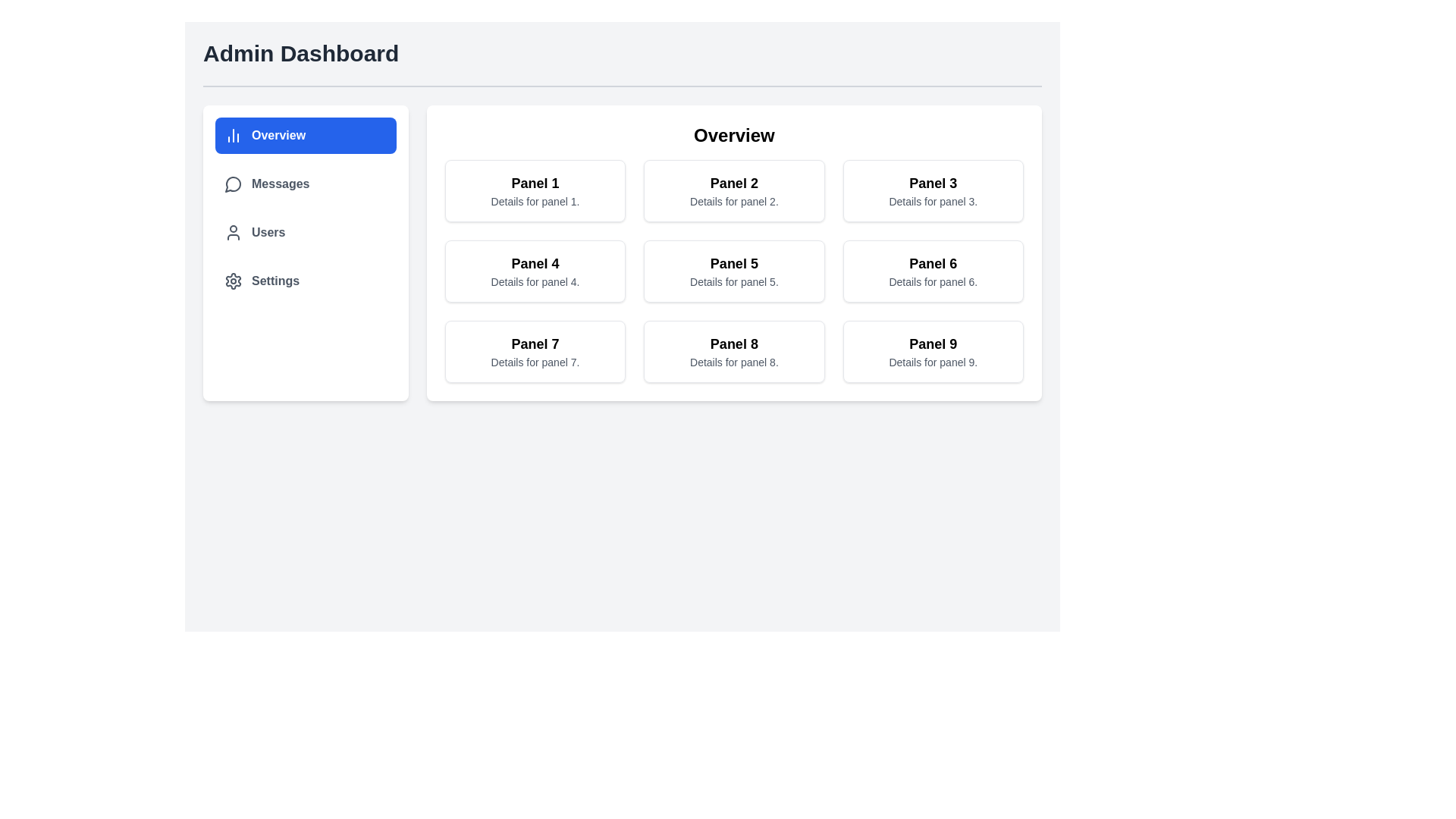  I want to click on the navigation button located at the top of the left sidebar, above the 'Messages', 'Users', and 'Settings' buttons, so click(305, 134).